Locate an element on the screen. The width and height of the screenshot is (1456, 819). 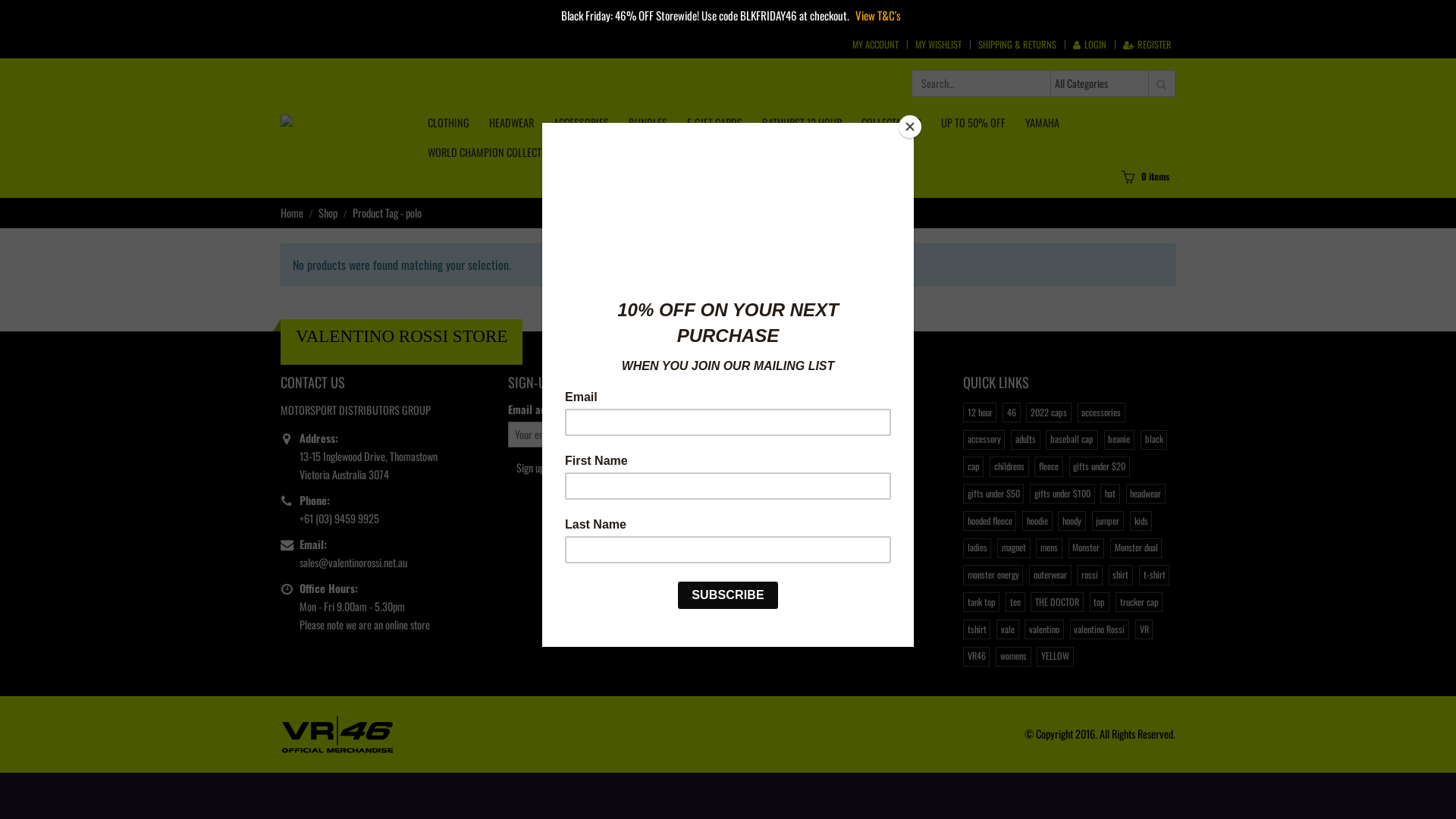
'fleece' is located at coordinates (1047, 465).